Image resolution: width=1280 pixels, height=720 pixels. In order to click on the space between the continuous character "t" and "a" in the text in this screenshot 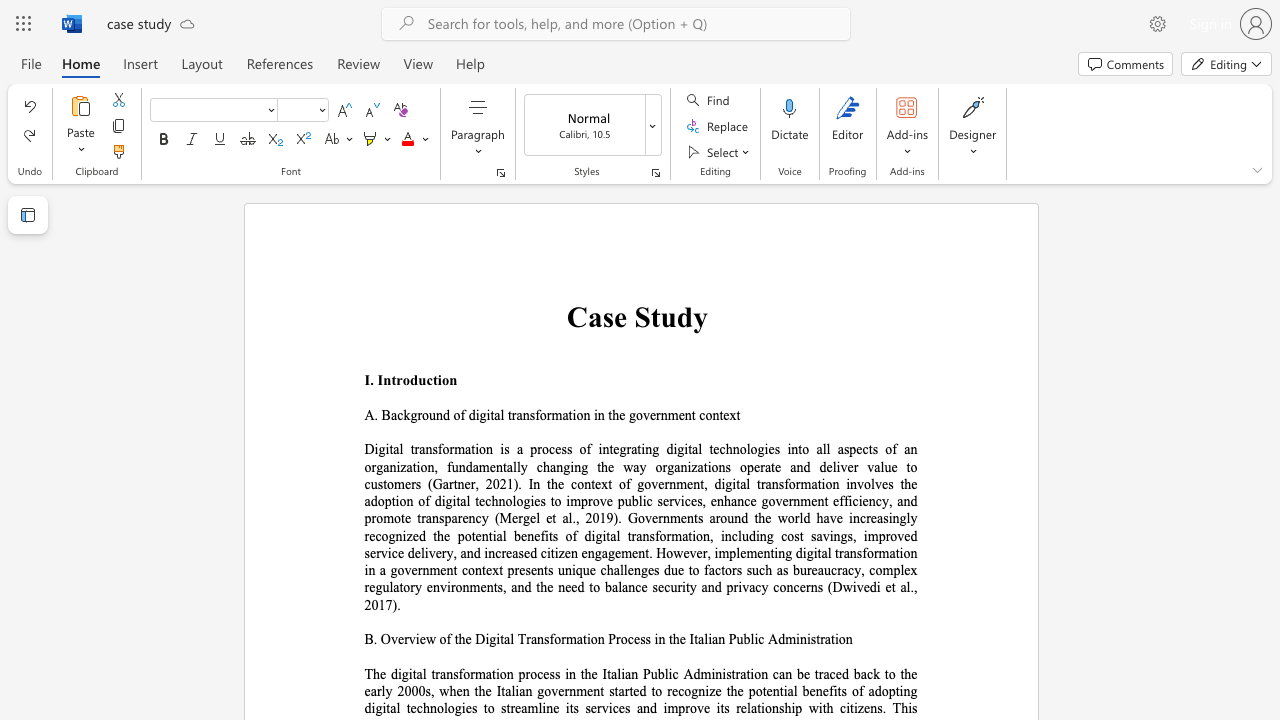, I will do `click(494, 414)`.